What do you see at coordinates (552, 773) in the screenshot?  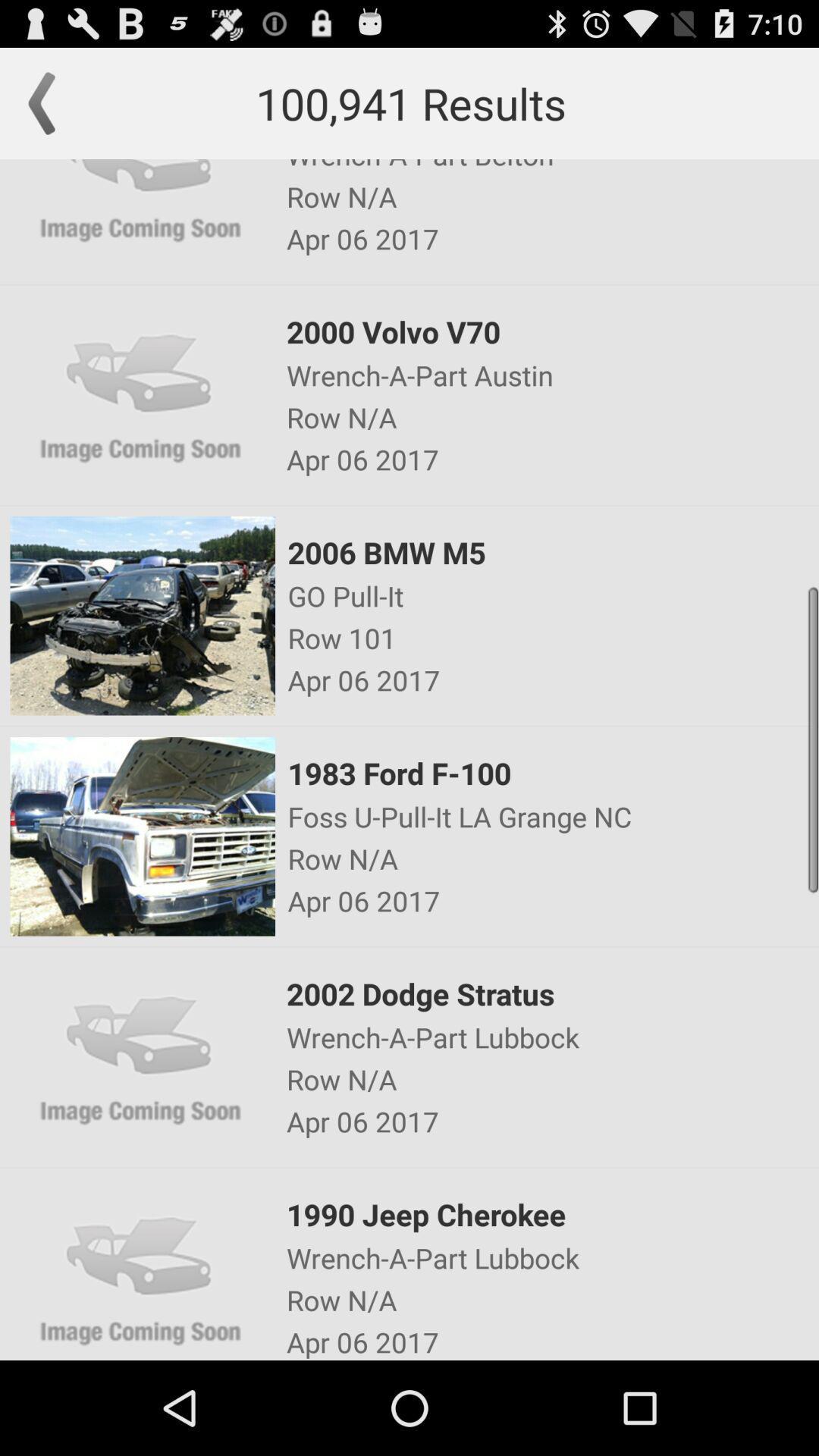 I see `item above foss u pull app` at bounding box center [552, 773].